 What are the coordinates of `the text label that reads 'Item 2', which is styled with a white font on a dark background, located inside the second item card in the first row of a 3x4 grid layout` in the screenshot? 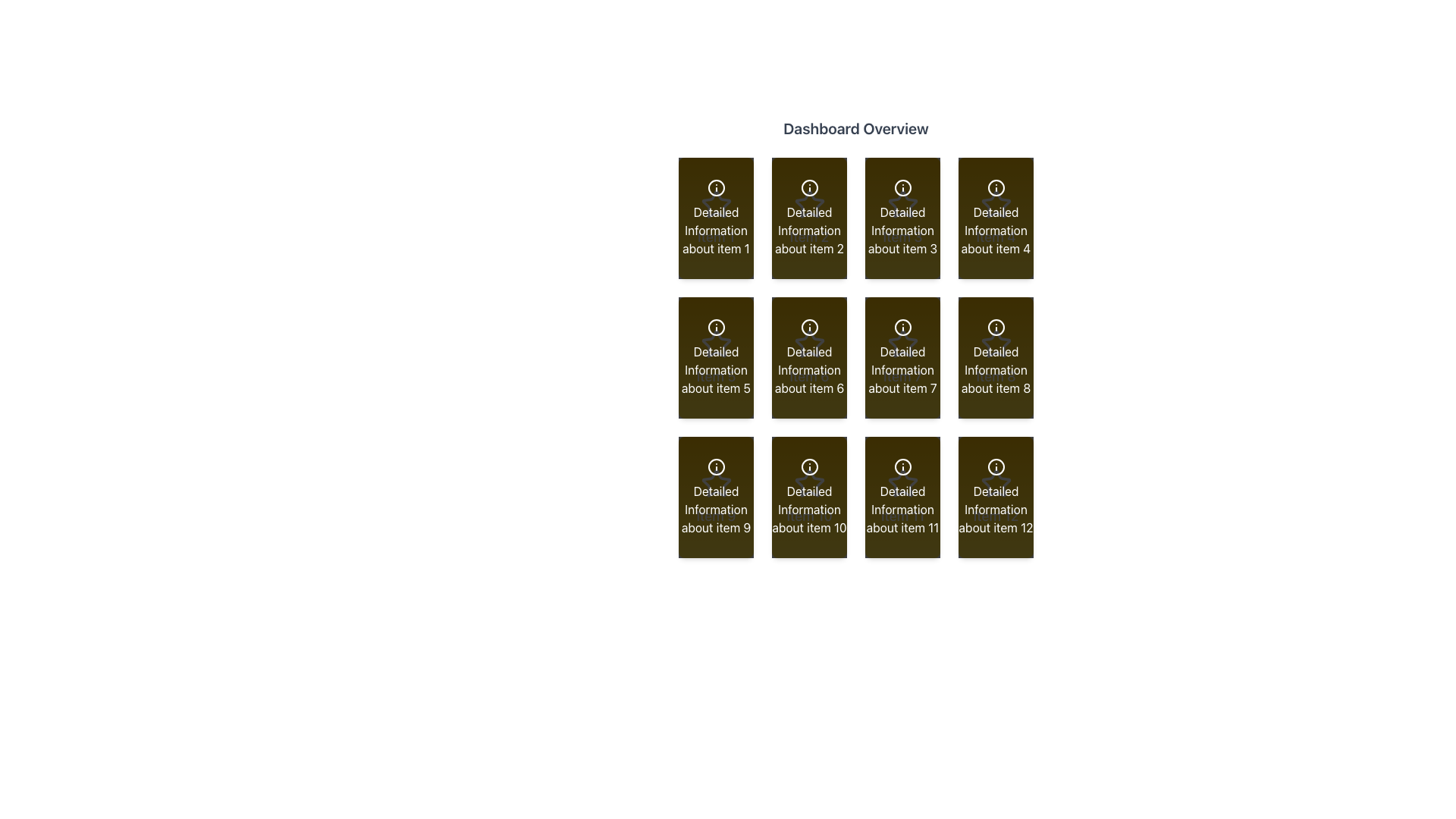 It's located at (808, 237).